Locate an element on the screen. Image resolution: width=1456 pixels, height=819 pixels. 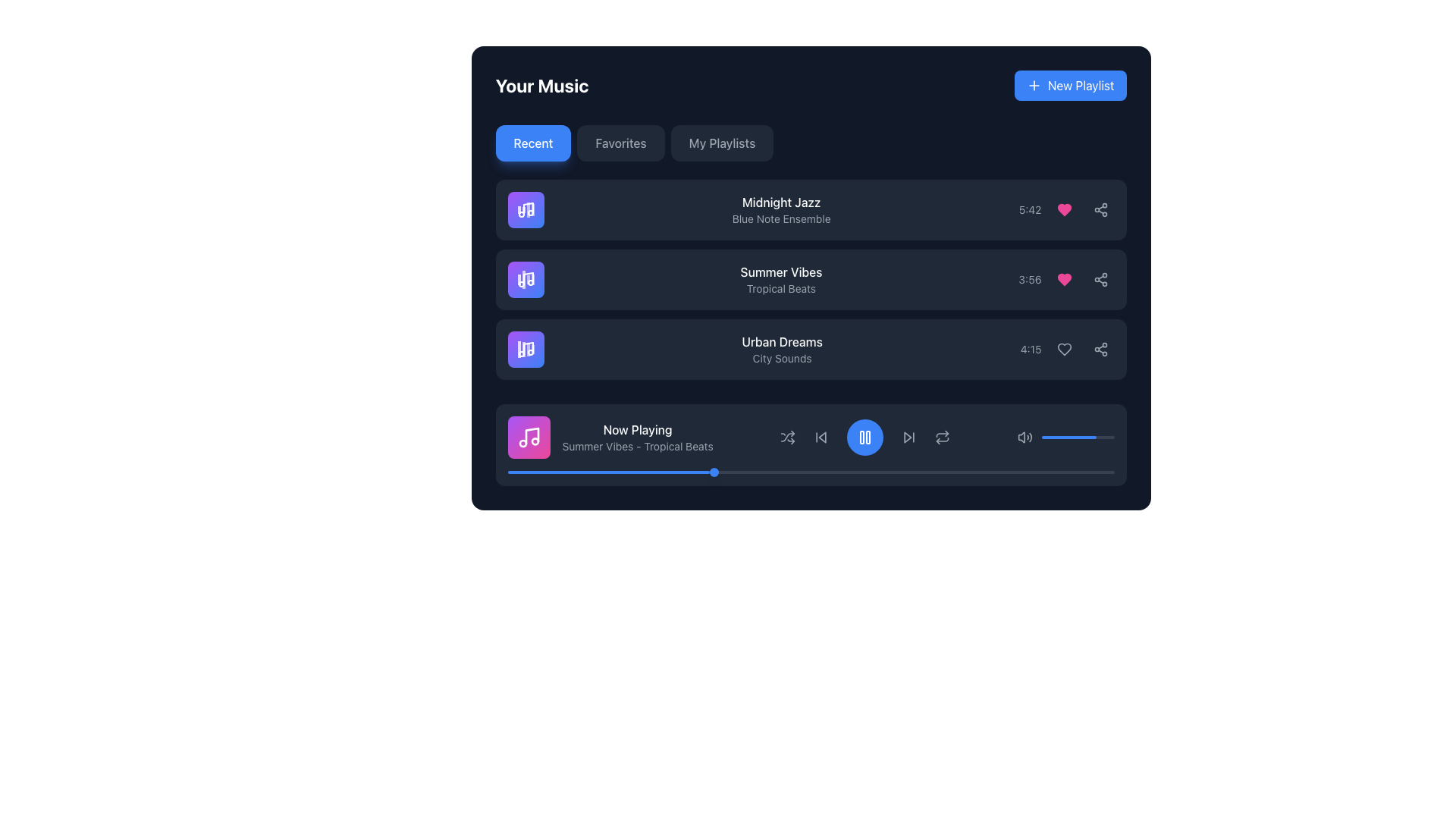
the first music track card in the playlist section located below the 'Recent' tab in the 'Your Music' section for interaction preview is located at coordinates (810, 210).